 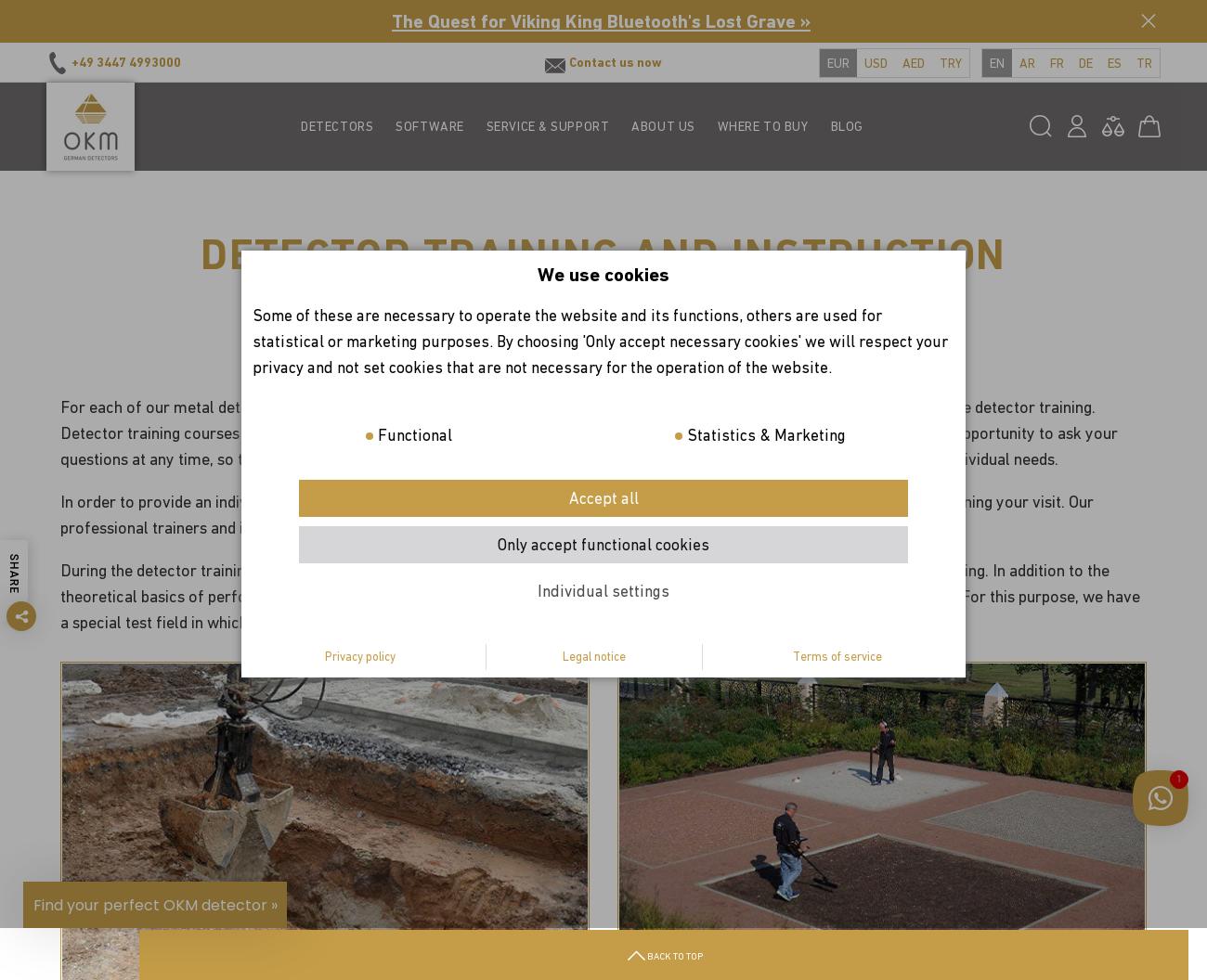 I want to click on 'The Quest for Viking King Bluetooth's Lost Grave »', so click(x=601, y=21).